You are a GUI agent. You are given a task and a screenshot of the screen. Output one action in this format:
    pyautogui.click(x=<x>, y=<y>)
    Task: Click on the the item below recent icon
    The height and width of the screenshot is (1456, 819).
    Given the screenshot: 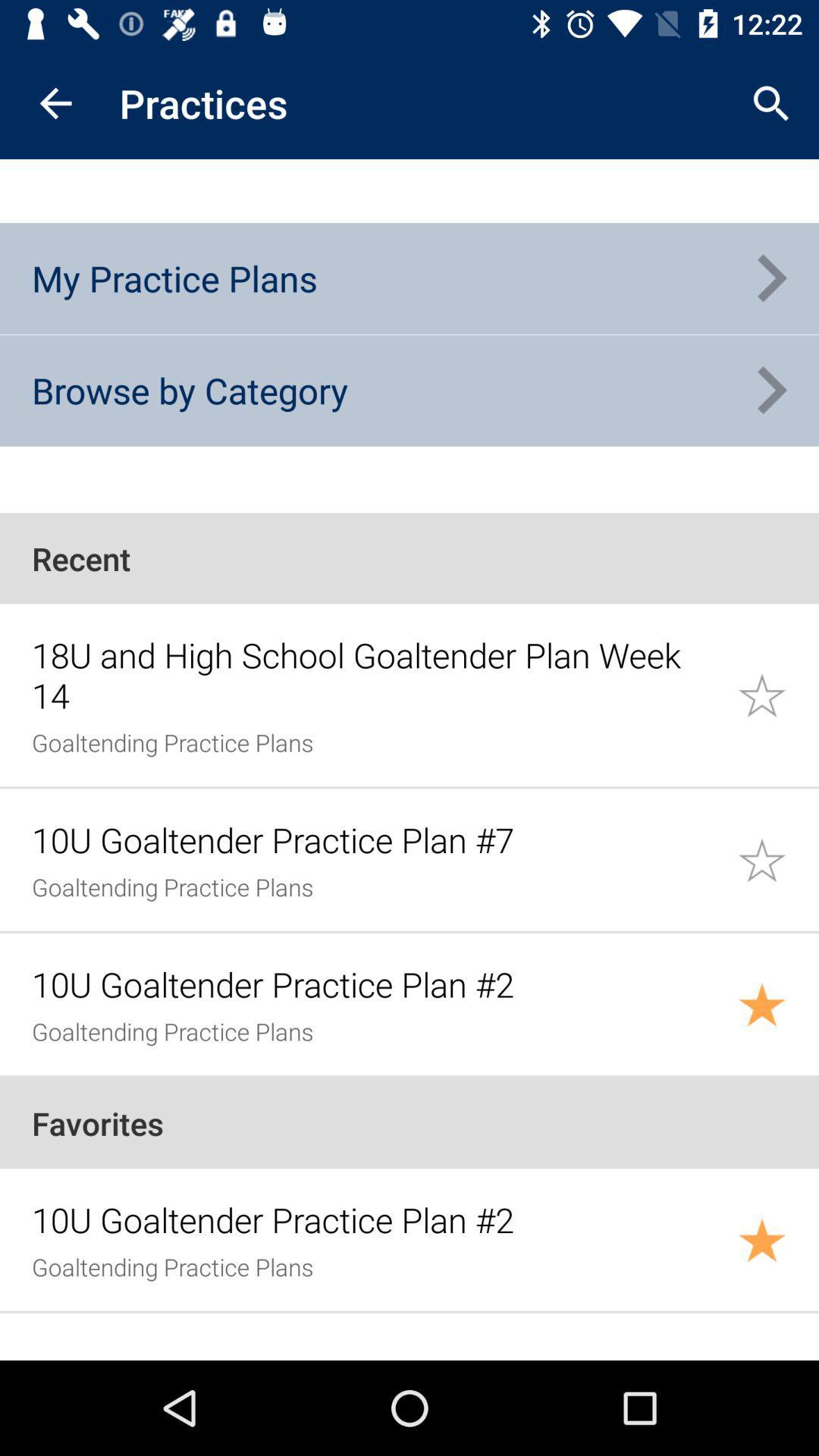 What is the action you would take?
    pyautogui.click(x=375, y=674)
    